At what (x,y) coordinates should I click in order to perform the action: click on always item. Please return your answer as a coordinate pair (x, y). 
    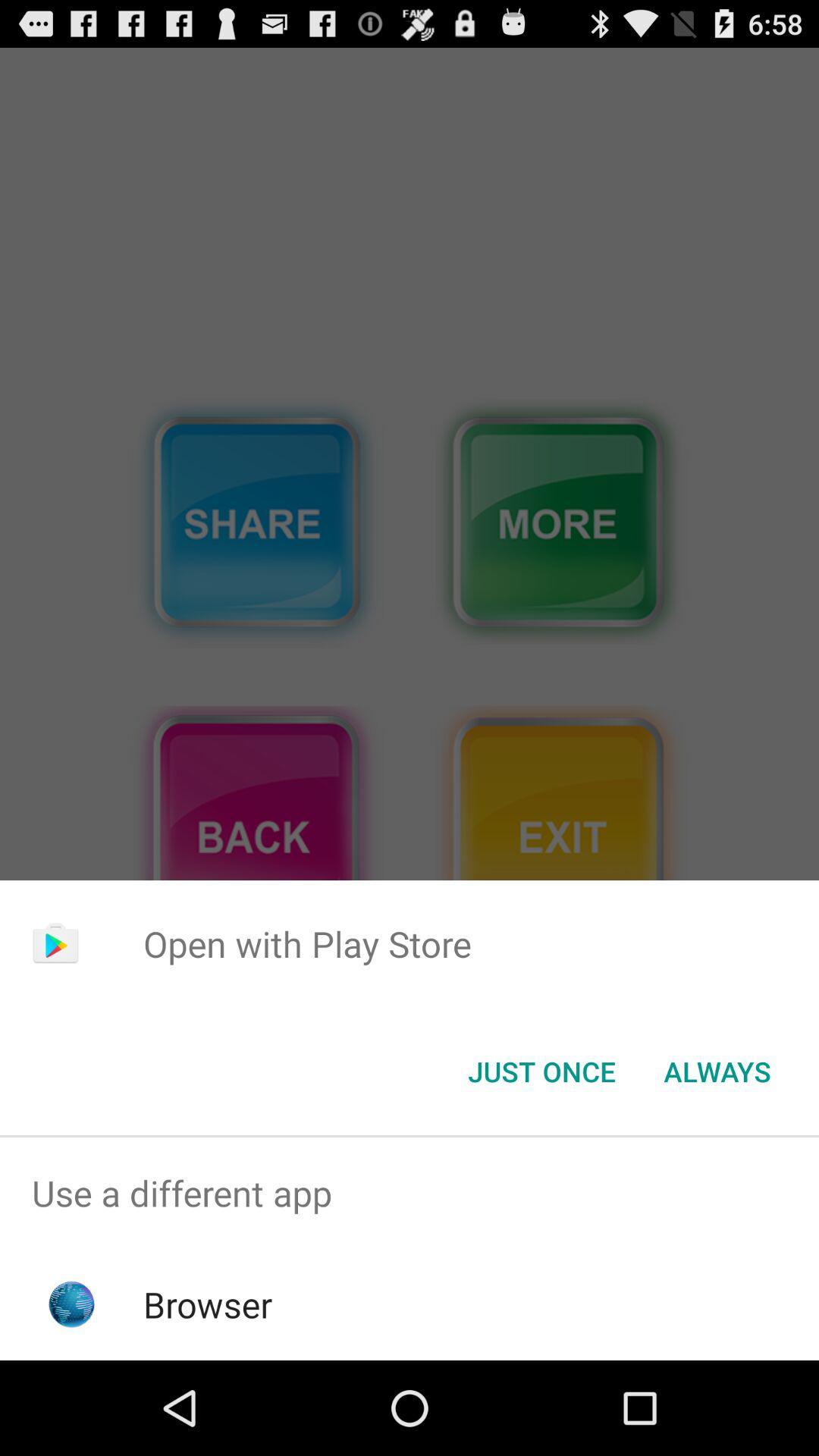
    Looking at the image, I should click on (717, 1070).